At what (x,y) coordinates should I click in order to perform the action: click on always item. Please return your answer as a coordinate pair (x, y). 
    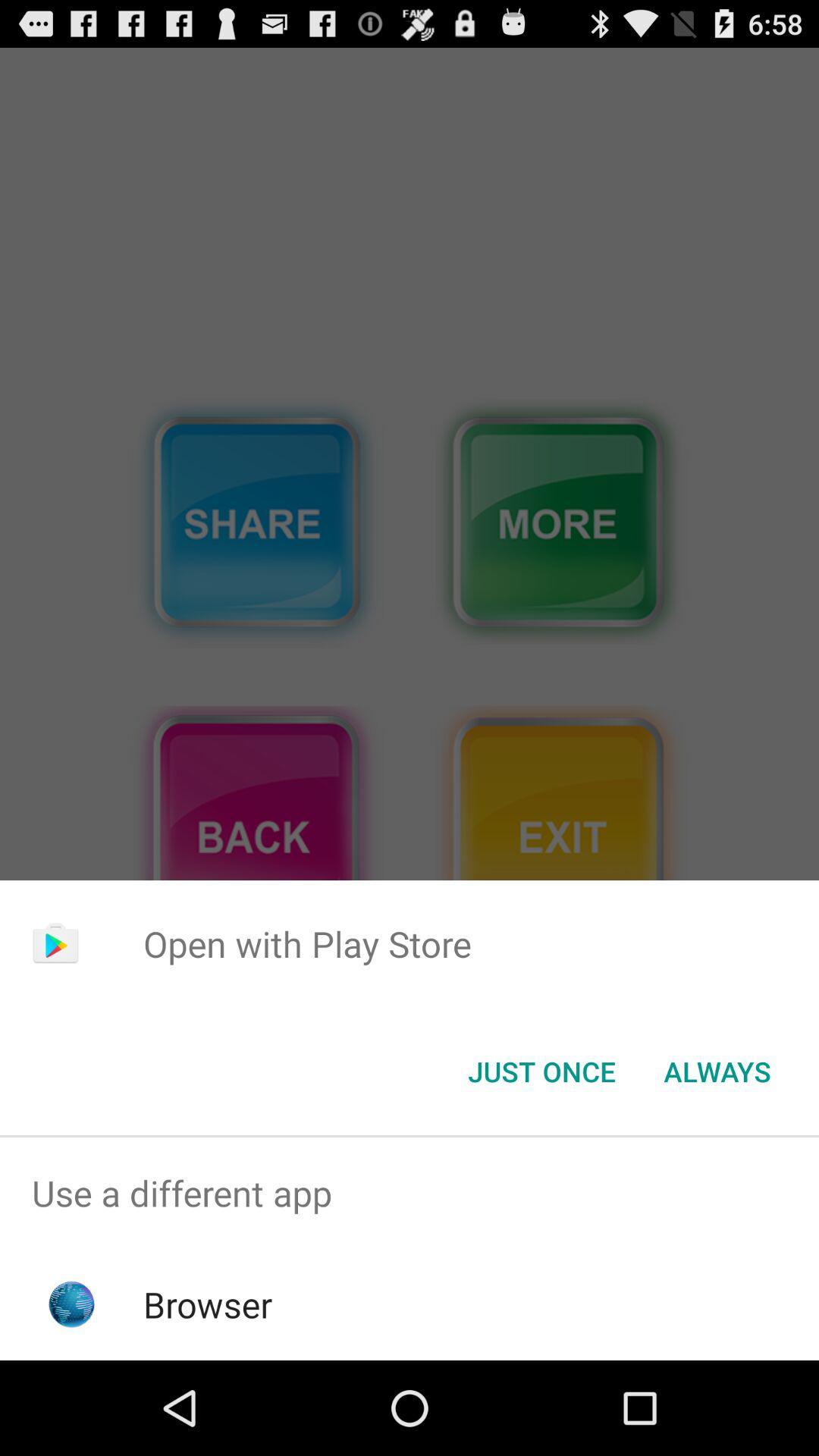
    Looking at the image, I should click on (717, 1070).